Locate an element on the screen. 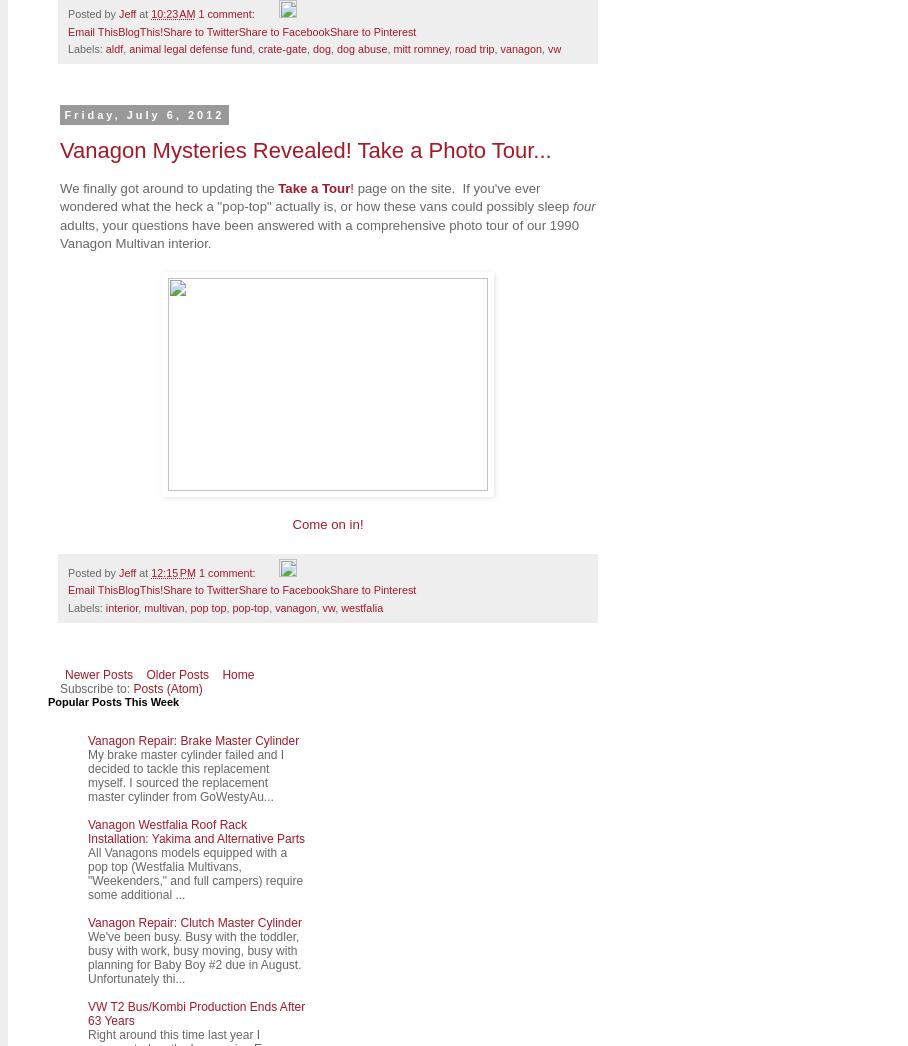 This screenshot has width=908, height=1046. 'We finally got around to updating the' is located at coordinates (167, 187).